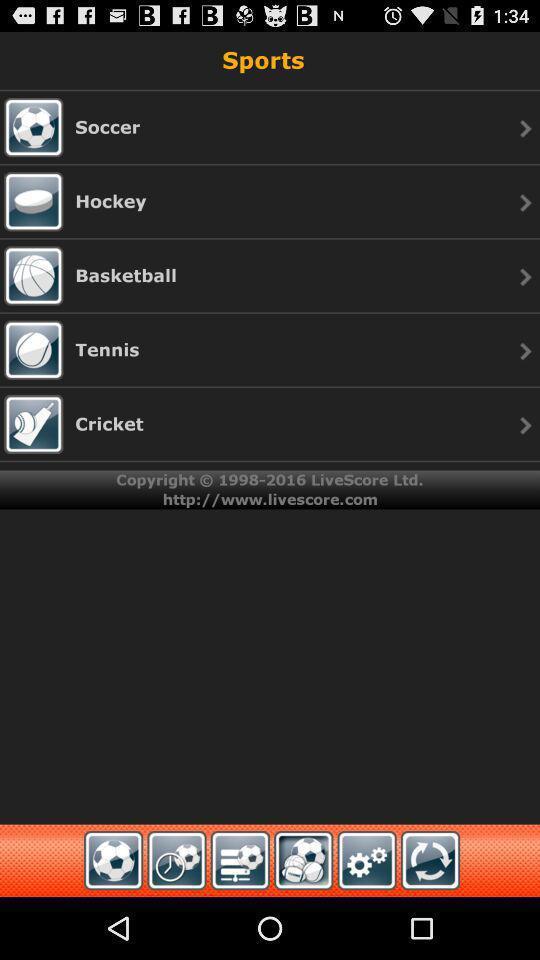 The height and width of the screenshot is (960, 540). Describe the element at coordinates (177, 921) in the screenshot. I see `the time icon` at that location.